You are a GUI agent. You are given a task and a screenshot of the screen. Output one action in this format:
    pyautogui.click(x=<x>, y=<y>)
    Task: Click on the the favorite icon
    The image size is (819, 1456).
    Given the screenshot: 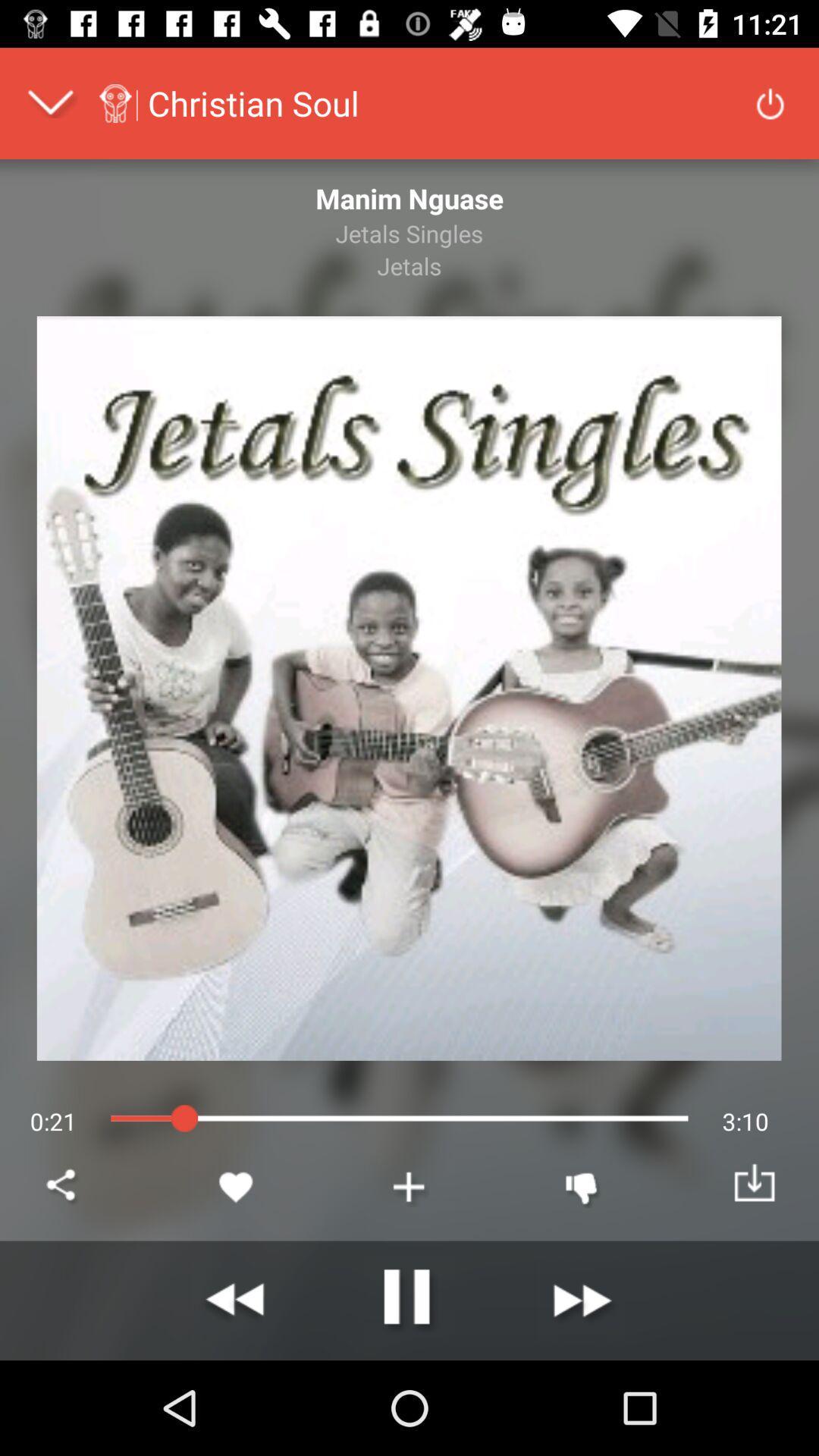 What is the action you would take?
    pyautogui.click(x=237, y=1186)
    